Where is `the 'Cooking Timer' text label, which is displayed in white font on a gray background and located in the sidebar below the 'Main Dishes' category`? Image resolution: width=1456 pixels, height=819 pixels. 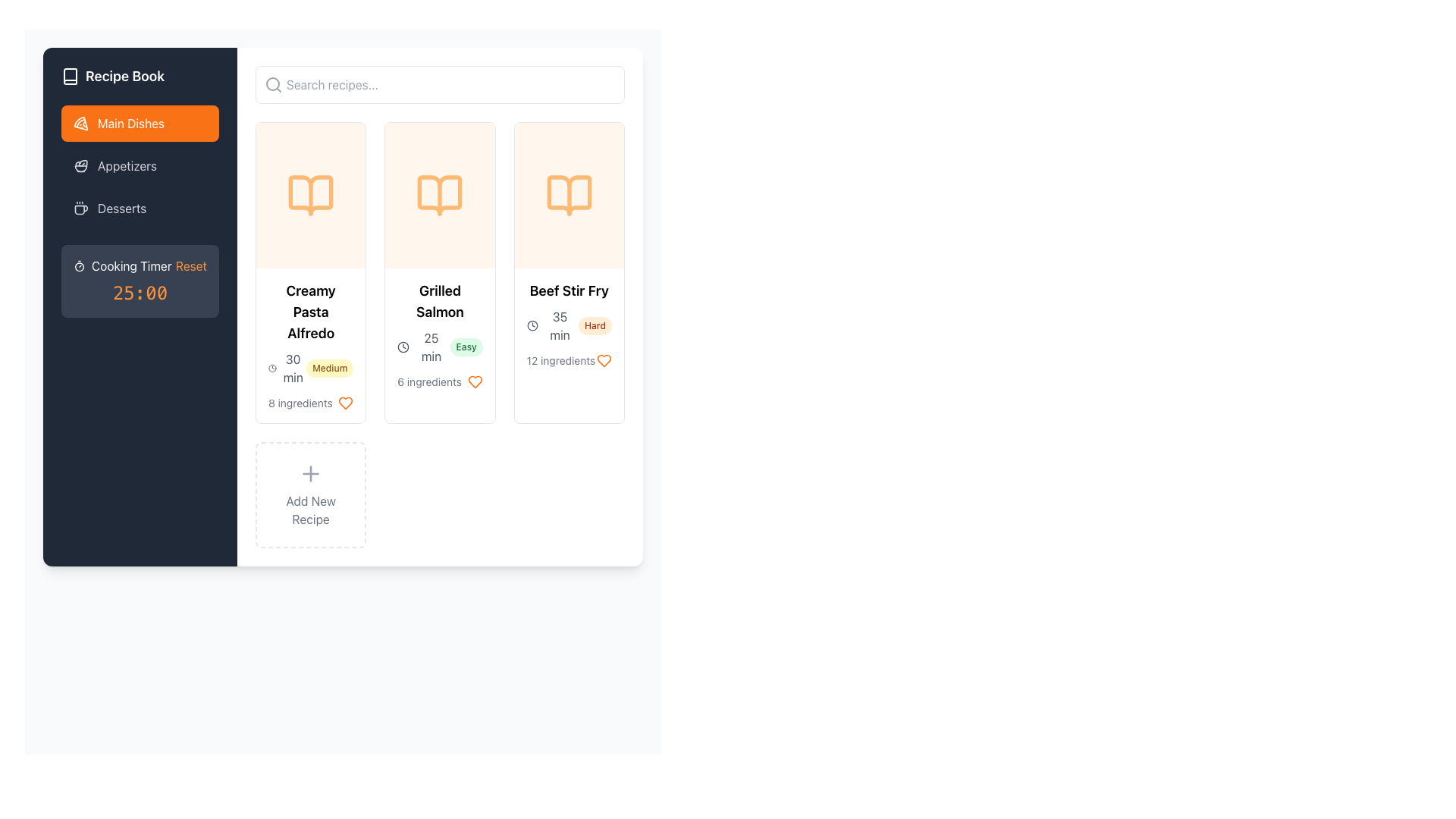 the 'Cooking Timer' text label, which is displayed in white font on a gray background and located in the sidebar below the 'Main Dishes' category is located at coordinates (131, 265).